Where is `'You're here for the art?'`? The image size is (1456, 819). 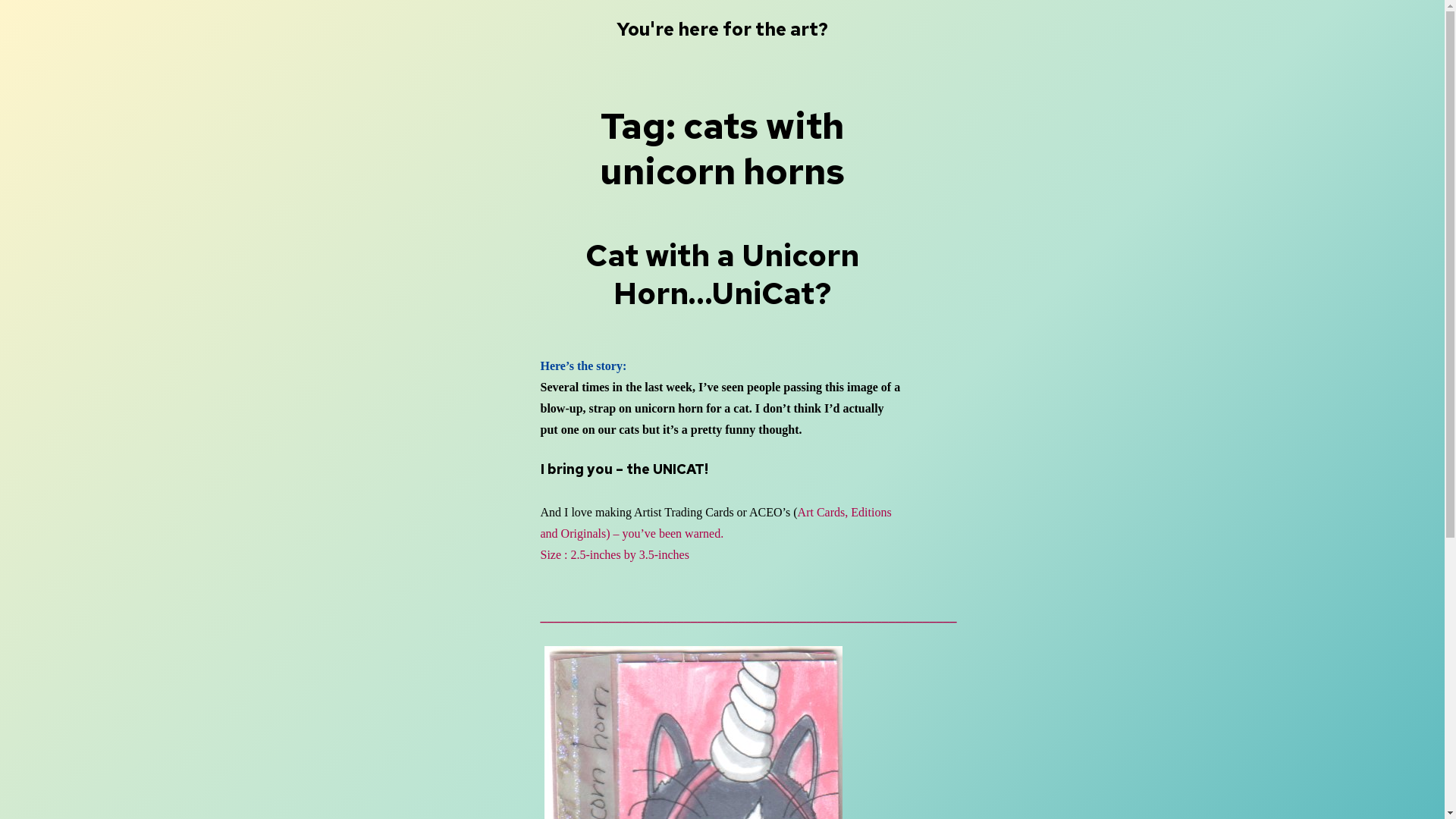 'You're here for the art?' is located at coordinates (721, 29).